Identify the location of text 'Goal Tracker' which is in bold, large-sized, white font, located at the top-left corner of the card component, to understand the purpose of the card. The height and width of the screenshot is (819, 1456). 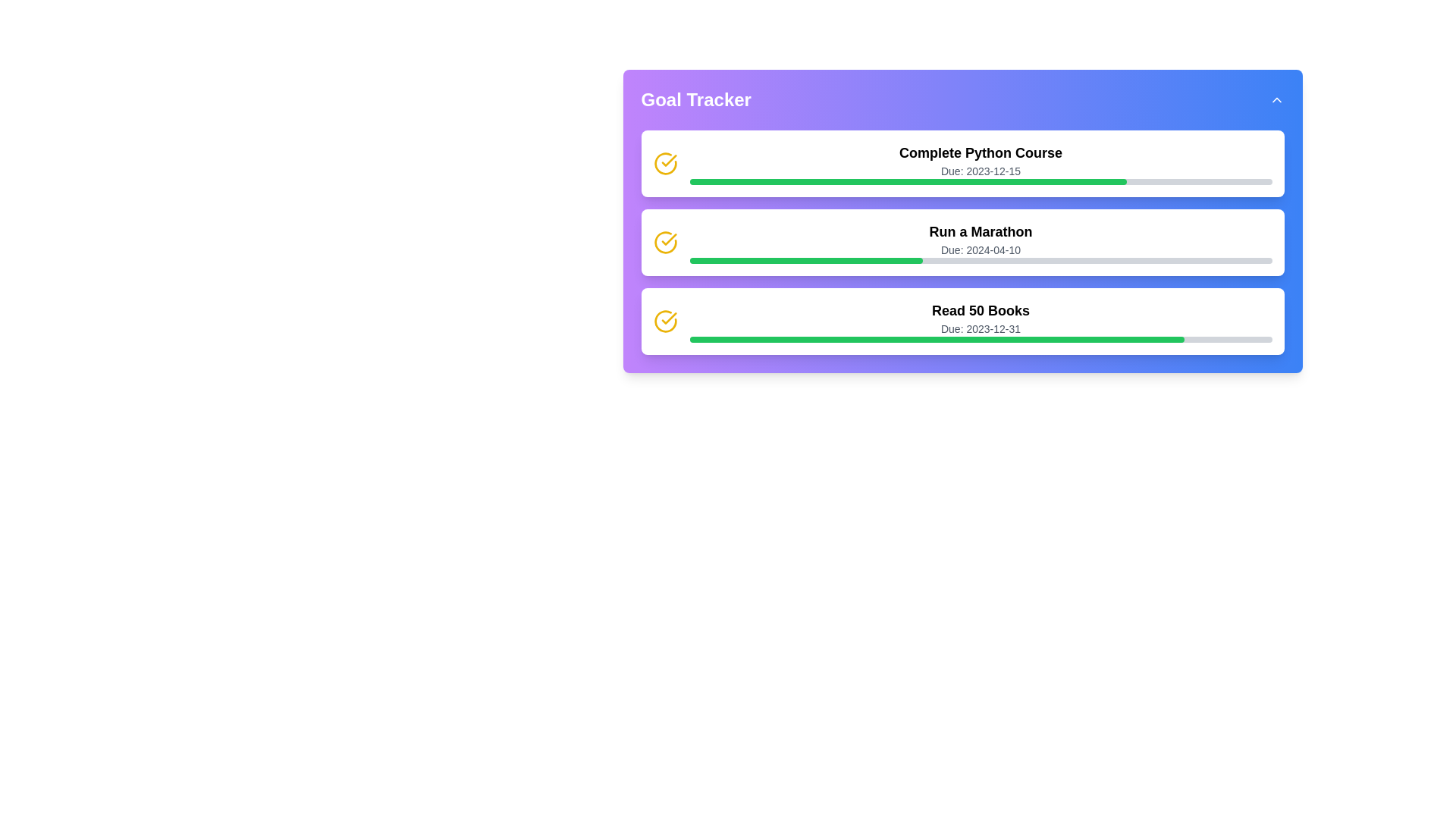
(695, 99).